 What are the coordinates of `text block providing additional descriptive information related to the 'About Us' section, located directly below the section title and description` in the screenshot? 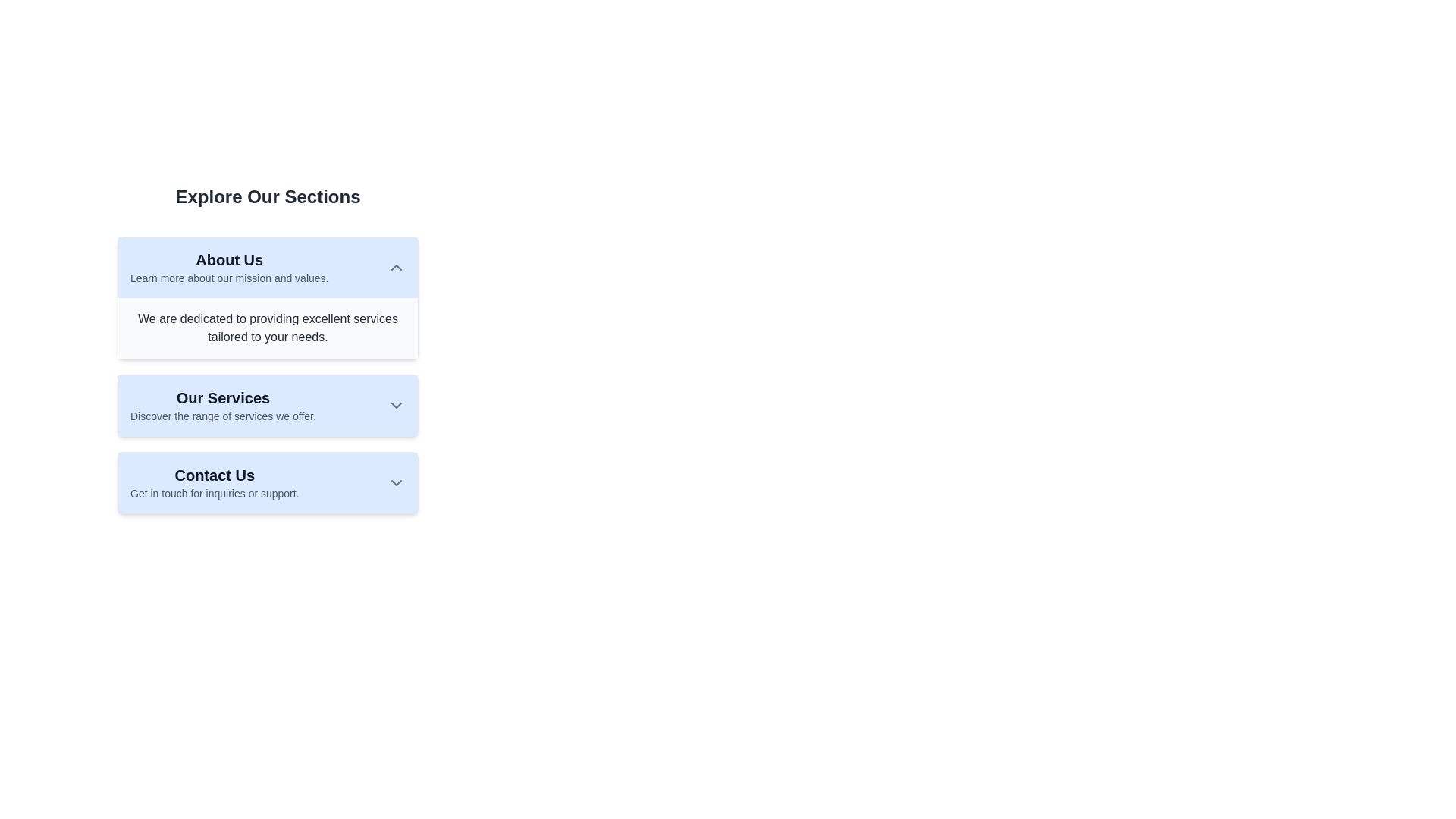 It's located at (268, 327).